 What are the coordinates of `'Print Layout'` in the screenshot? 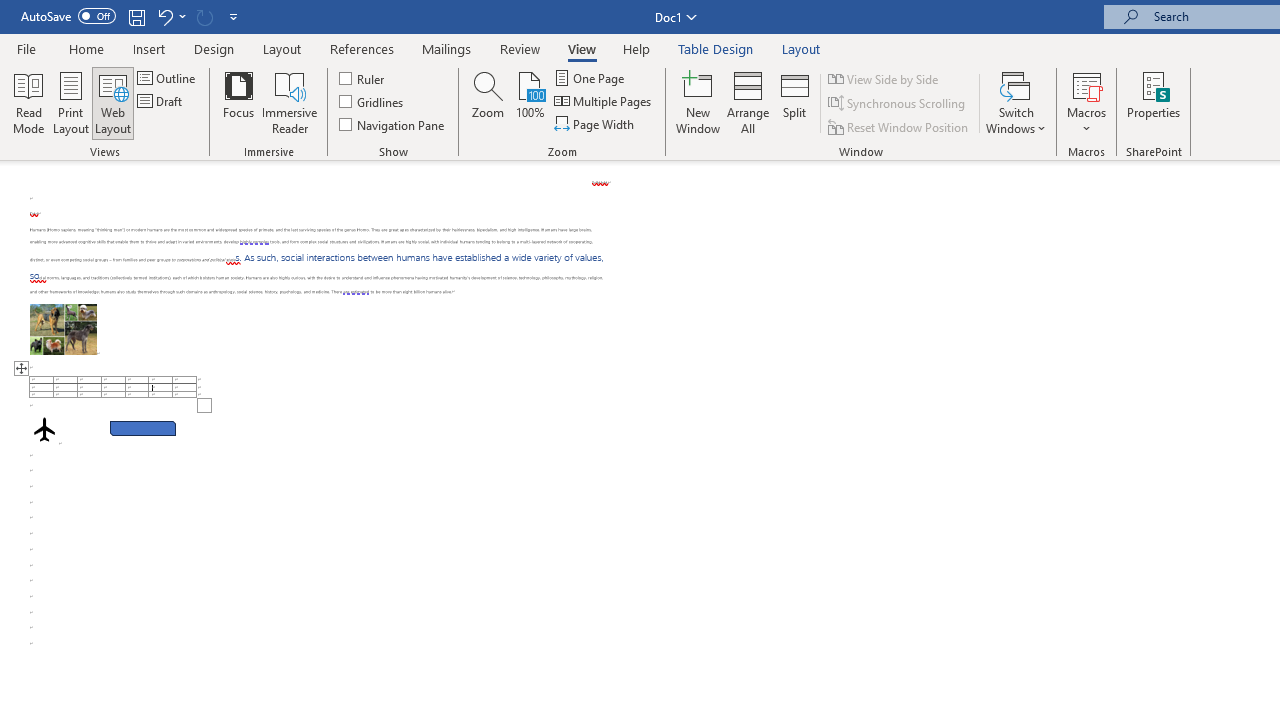 It's located at (71, 103).